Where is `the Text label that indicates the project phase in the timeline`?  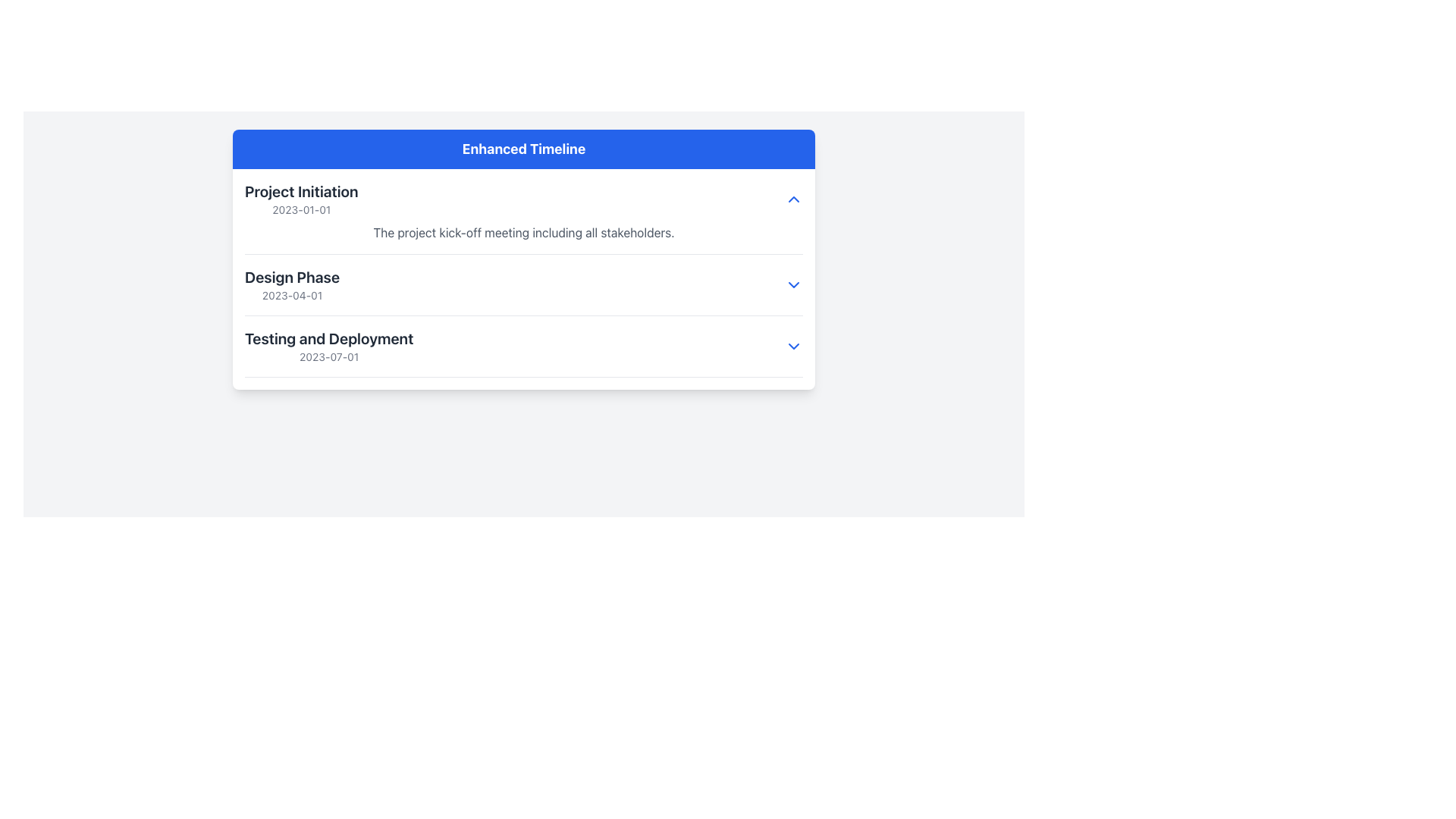
the Text label that indicates the project phase in the timeline is located at coordinates (292, 278).